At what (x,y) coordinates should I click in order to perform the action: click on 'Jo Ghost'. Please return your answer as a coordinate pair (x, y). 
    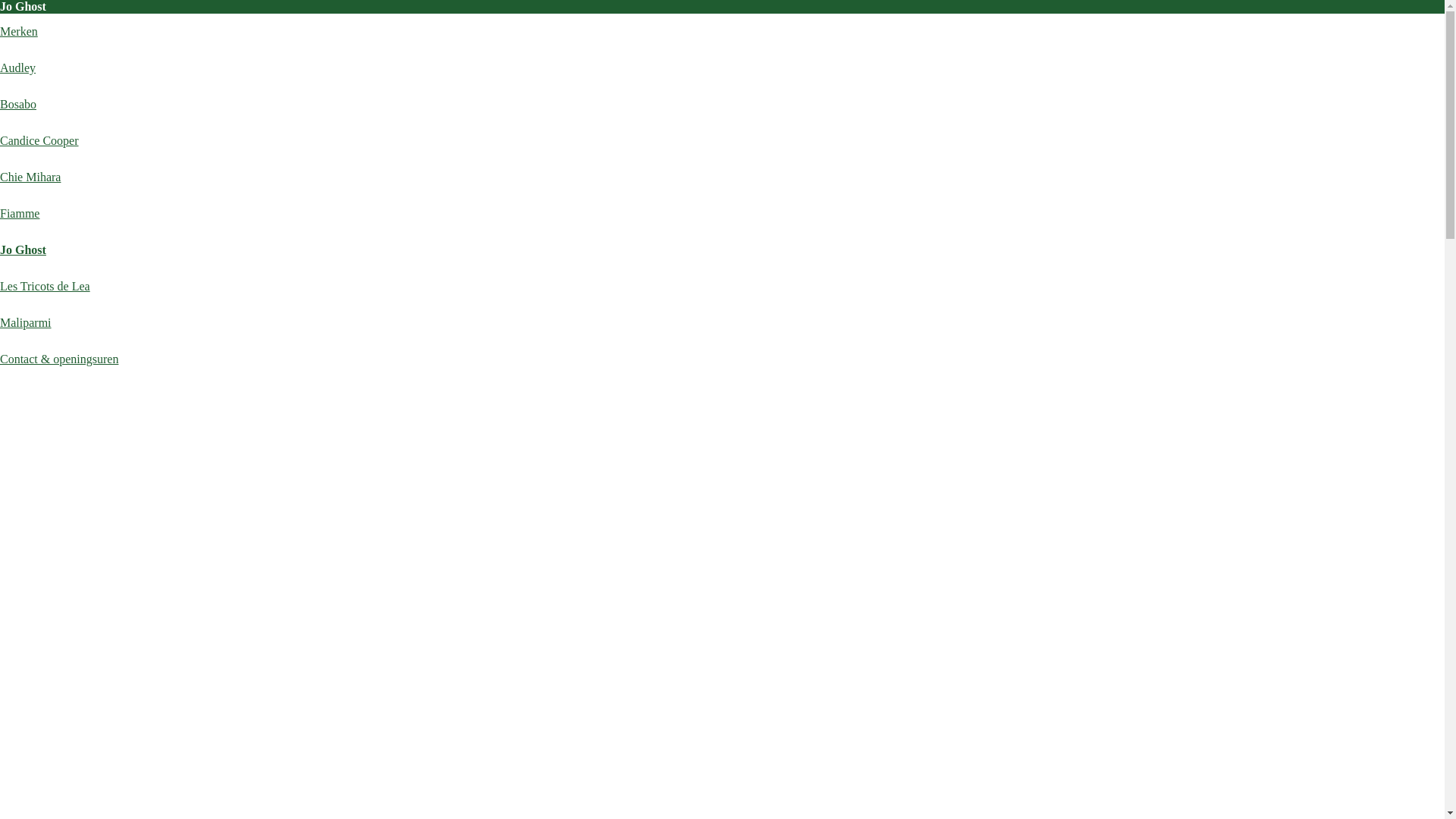
    Looking at the image, I should click on (23, 249).